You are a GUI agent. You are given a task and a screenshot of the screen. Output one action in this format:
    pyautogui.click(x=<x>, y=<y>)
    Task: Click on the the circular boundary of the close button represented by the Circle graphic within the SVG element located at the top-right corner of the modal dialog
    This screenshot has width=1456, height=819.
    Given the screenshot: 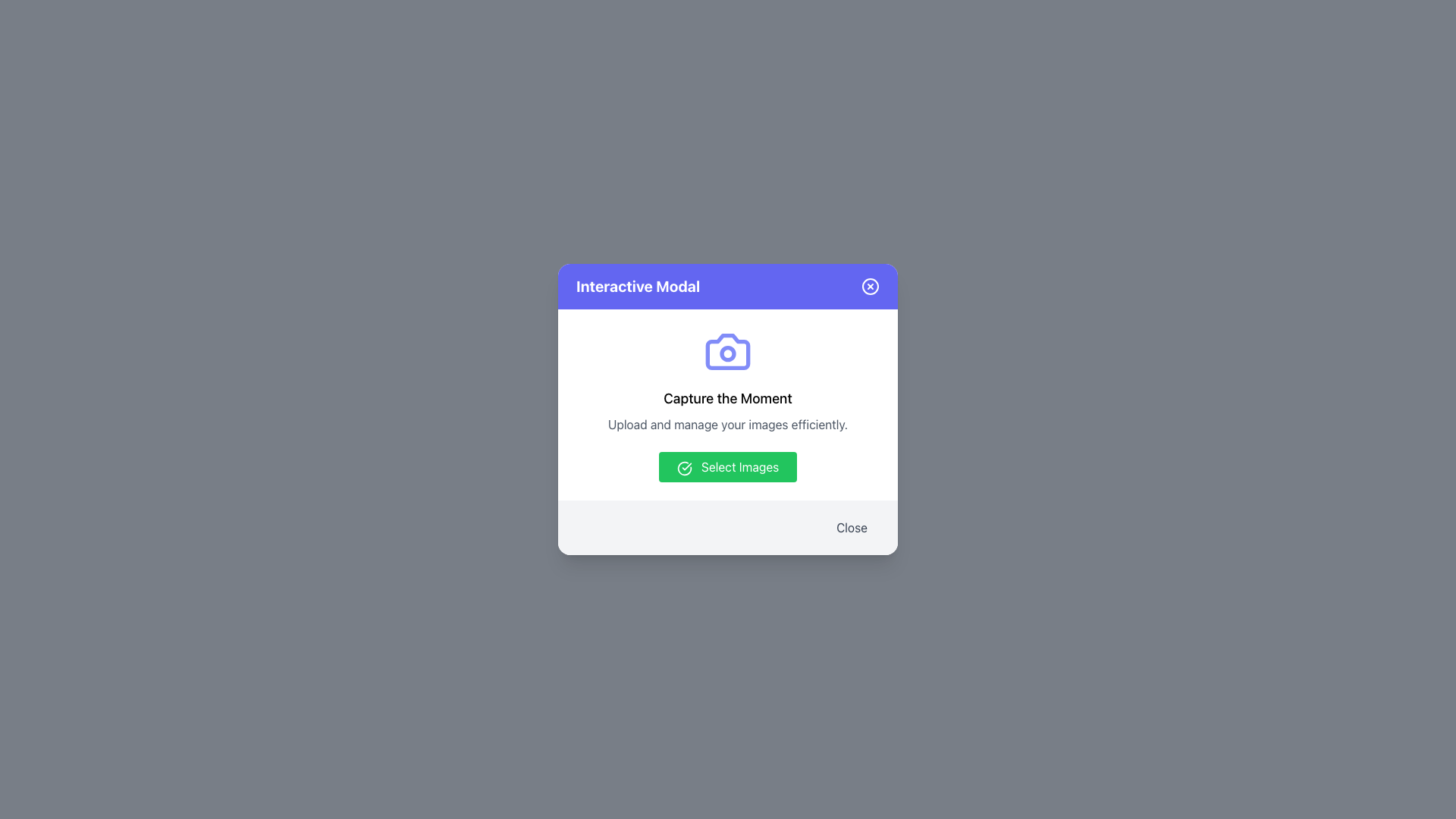 What is the action you would take?
    pyautogui.click(x=870, y=287)
    